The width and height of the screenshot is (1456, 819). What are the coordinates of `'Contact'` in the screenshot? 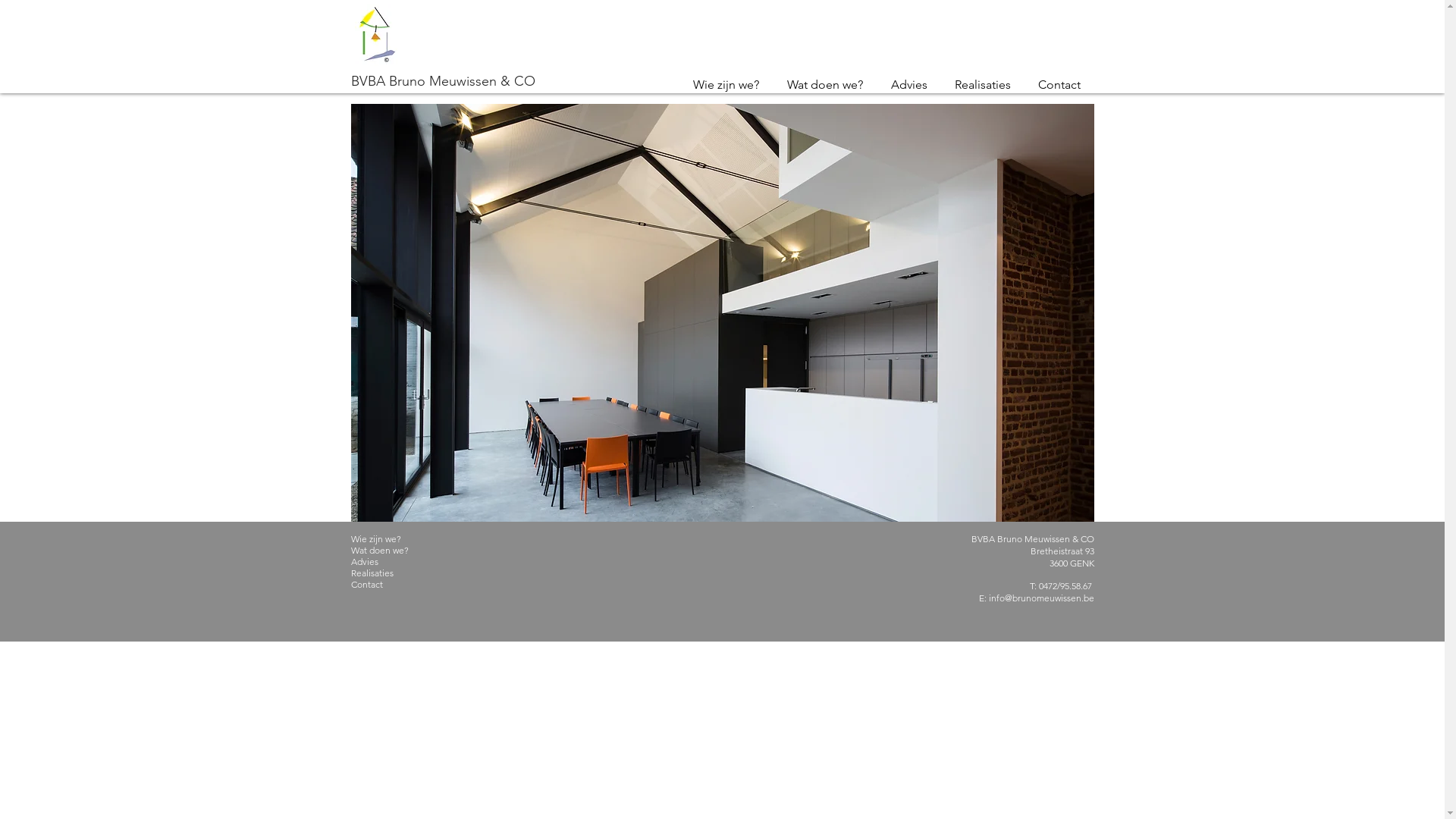 It's located at (400, 583).